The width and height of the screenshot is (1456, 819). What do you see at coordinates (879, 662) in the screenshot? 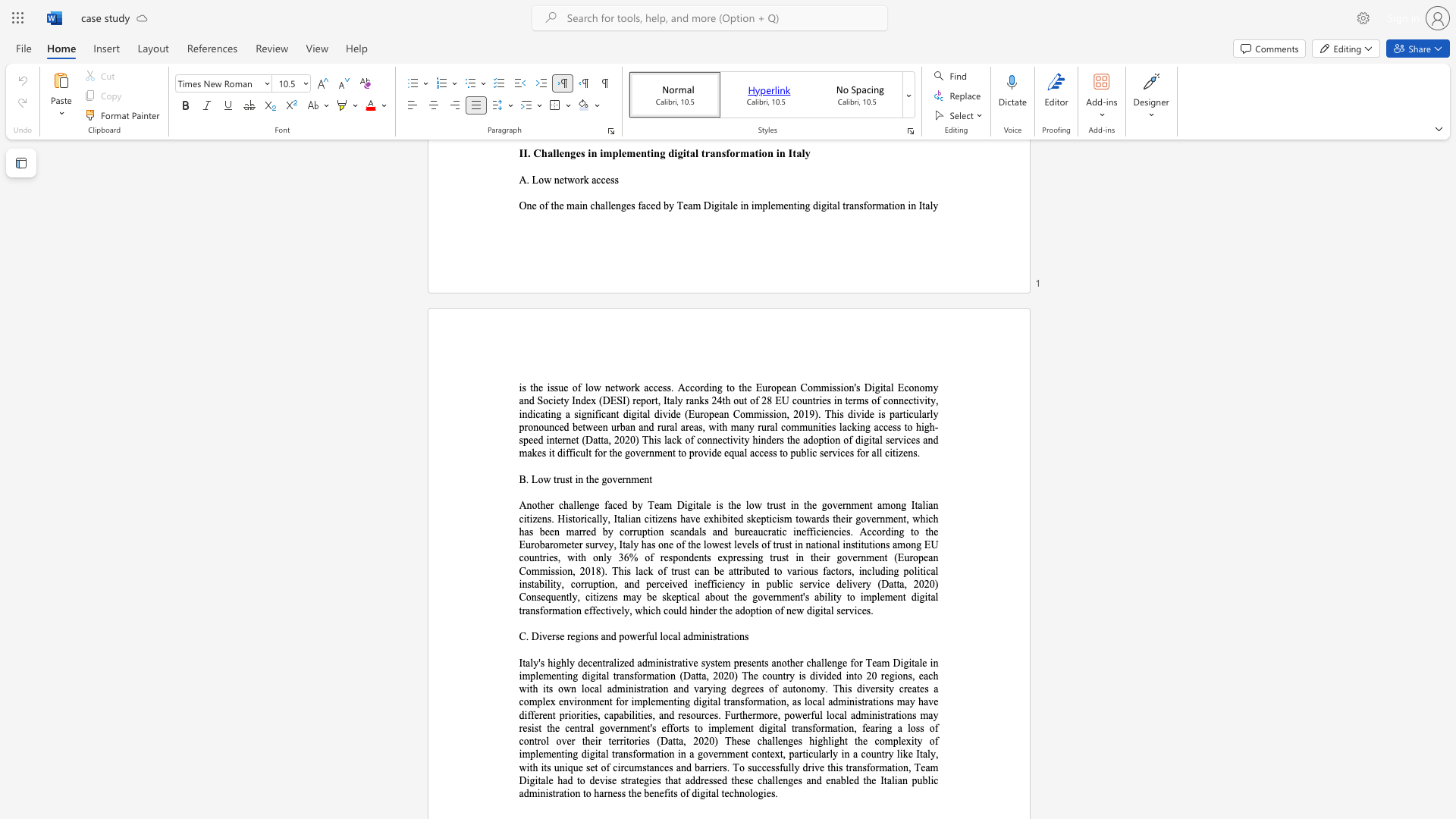
I see `the 7th character "a" in the text` at bounding box center [879, 662].